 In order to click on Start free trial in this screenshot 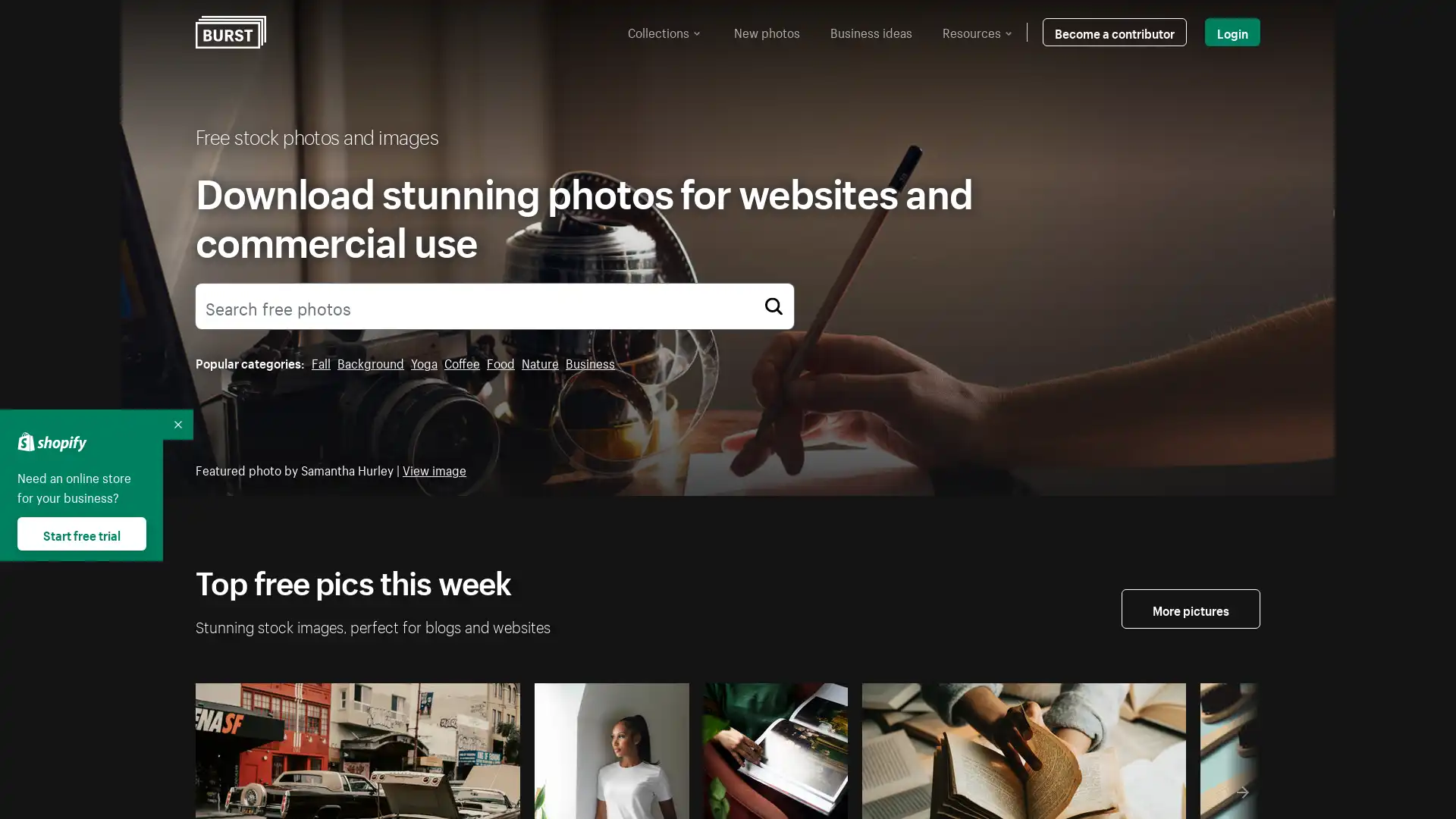, I will do `click(80, 533)`.